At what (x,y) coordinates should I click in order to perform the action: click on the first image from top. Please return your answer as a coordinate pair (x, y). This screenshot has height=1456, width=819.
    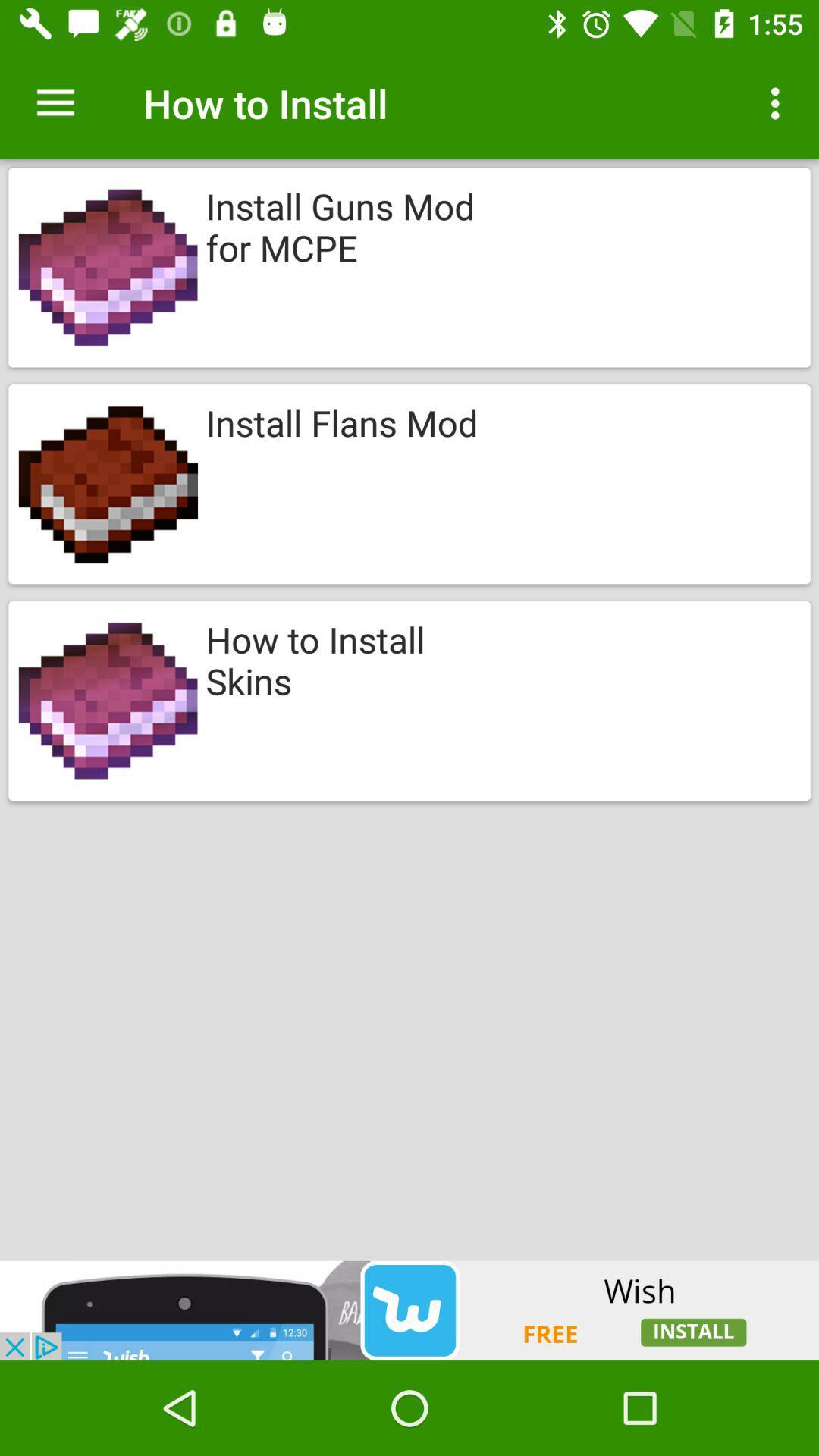
    Looking at the image, I should click on (107, 268).